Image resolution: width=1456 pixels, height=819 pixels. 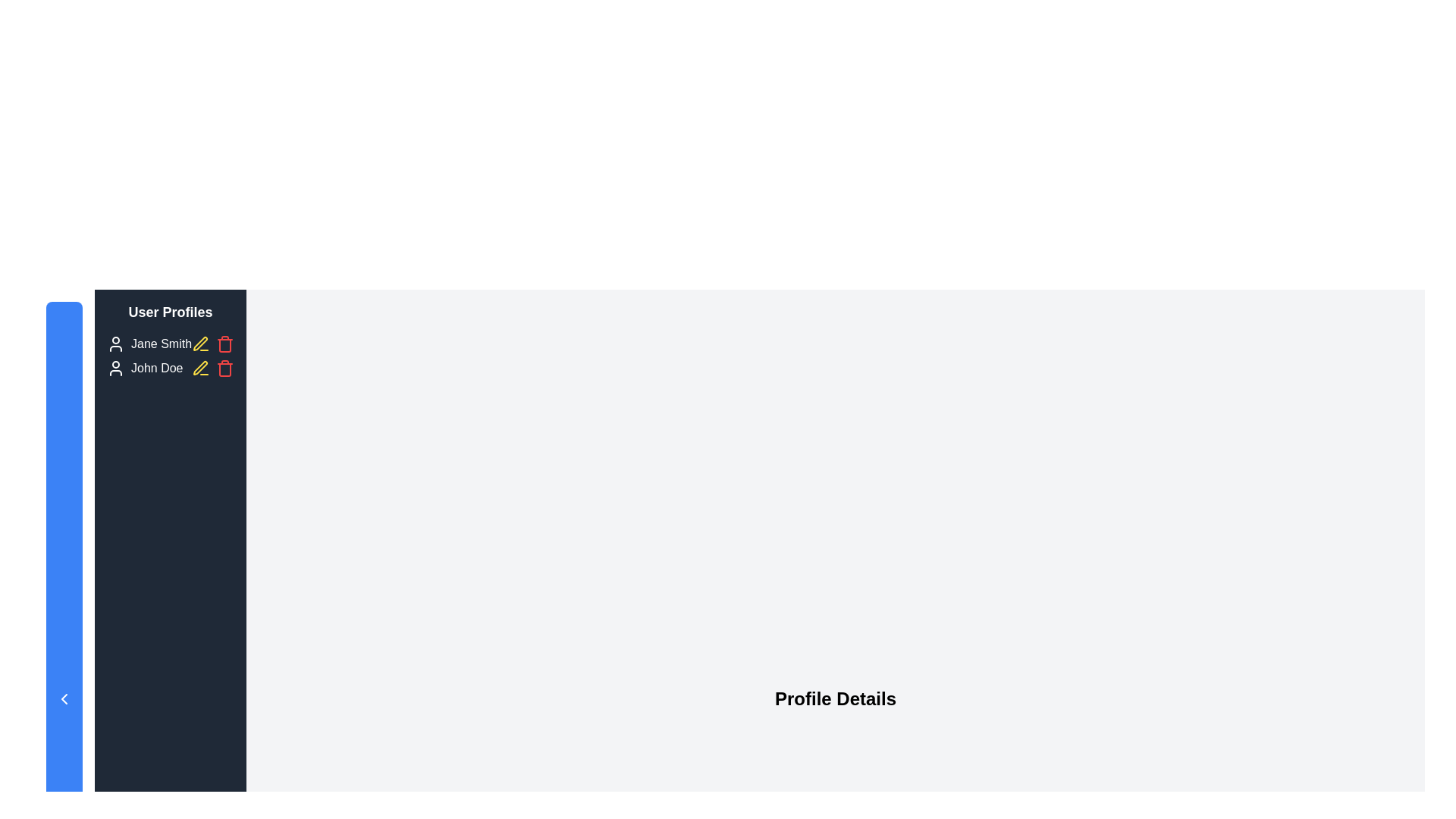 What do you see at coordinates (64, 698) in the screenshot?
I see `the left-pointing chevron icon located in the left vertical blue panel near the bottom` at bounding box center [64, 698].